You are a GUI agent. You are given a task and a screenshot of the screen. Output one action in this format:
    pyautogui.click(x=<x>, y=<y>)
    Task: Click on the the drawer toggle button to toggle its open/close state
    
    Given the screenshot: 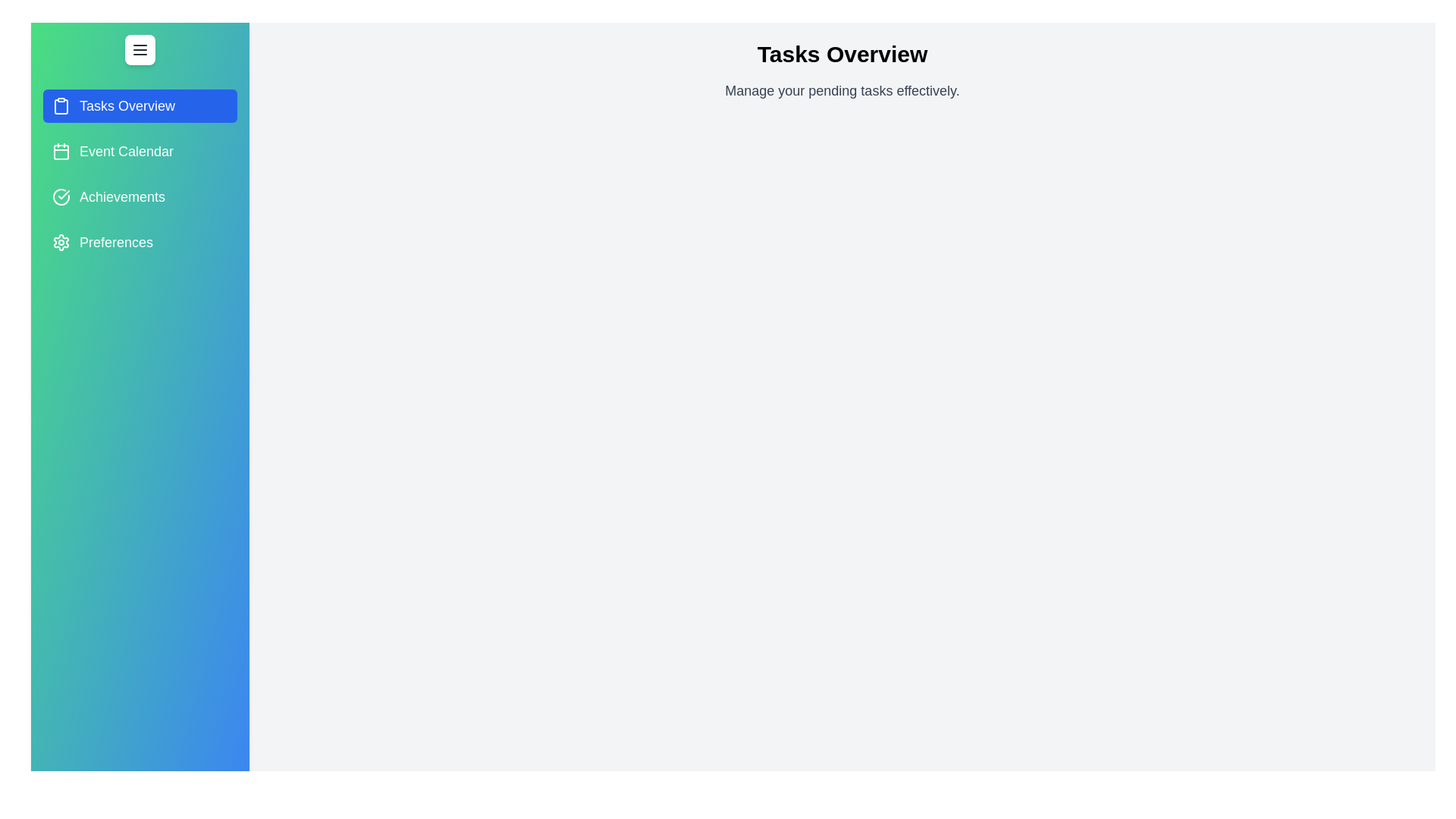 What is the action you would take?
    pyautogui.click(x=140, y=49)
    